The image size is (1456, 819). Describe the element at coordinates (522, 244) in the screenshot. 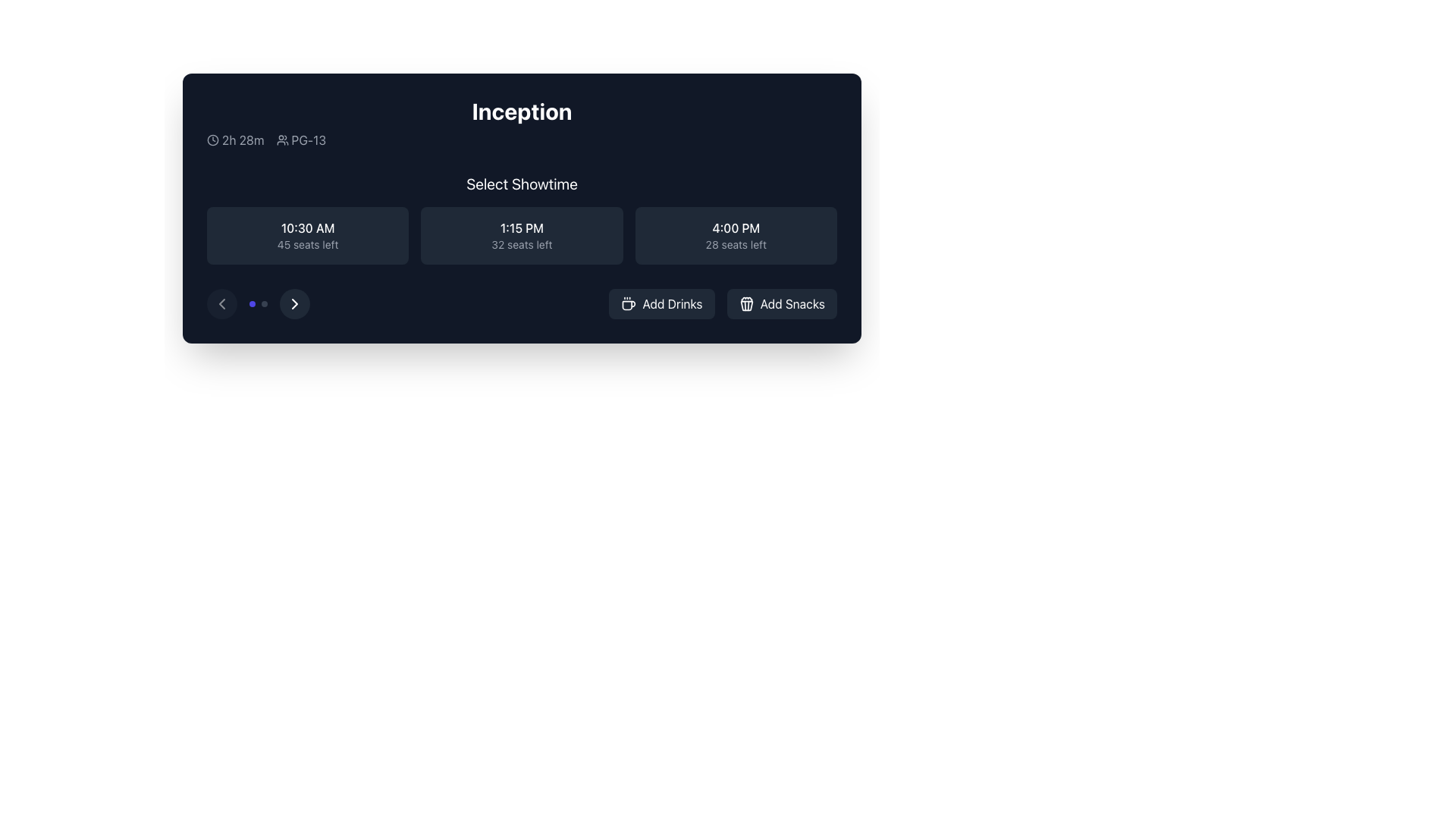

I see `the text label displaying '32 seats left', which is styled in a small light gray font on a dark background and located below the '1:15 PM' text in the 'Select Showtime' section` at that location.